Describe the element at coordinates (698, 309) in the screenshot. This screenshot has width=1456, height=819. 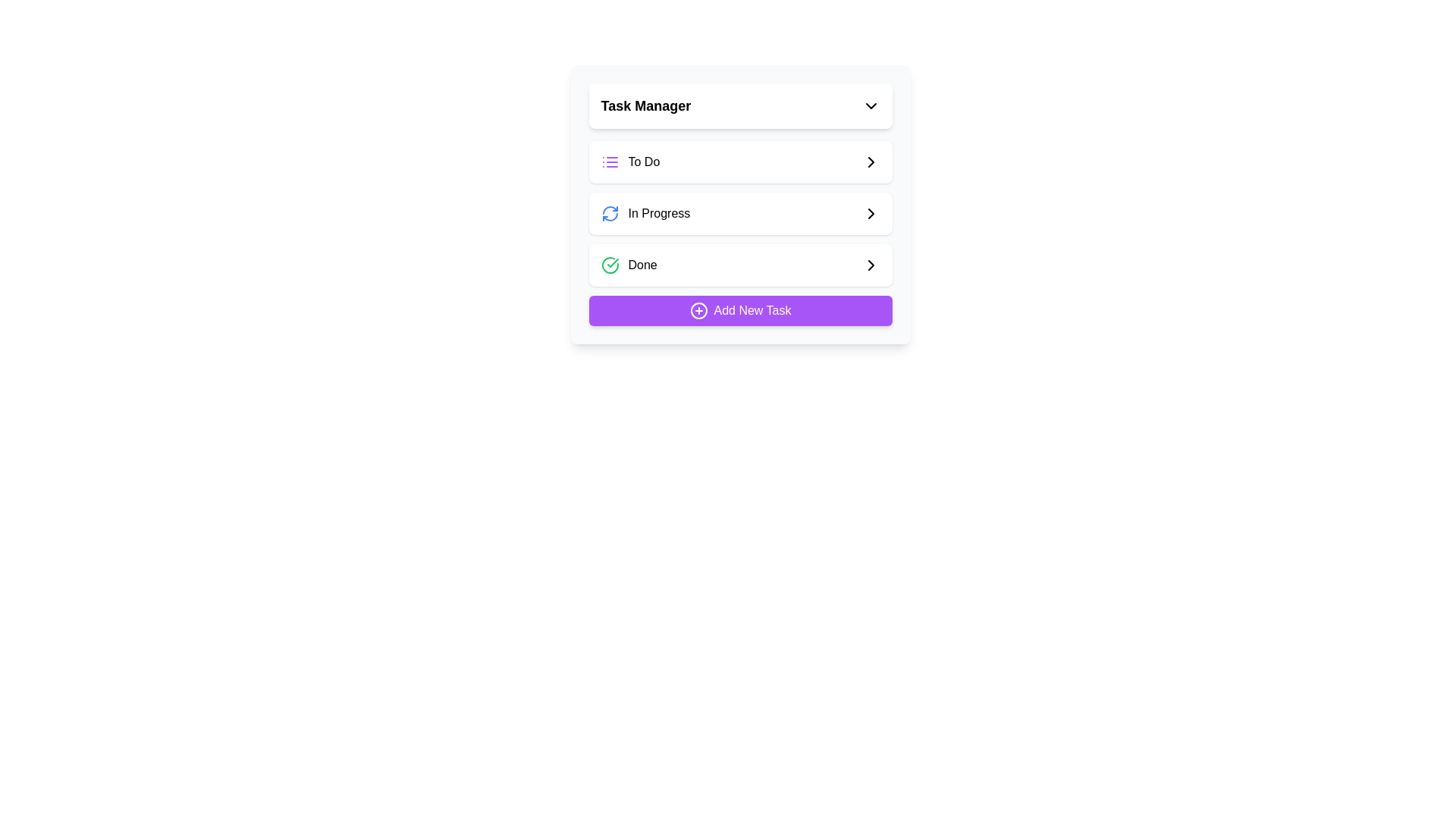
I see `the circular icon with a plus symbol, located to the left of the 'Add New Task' button` at that location.